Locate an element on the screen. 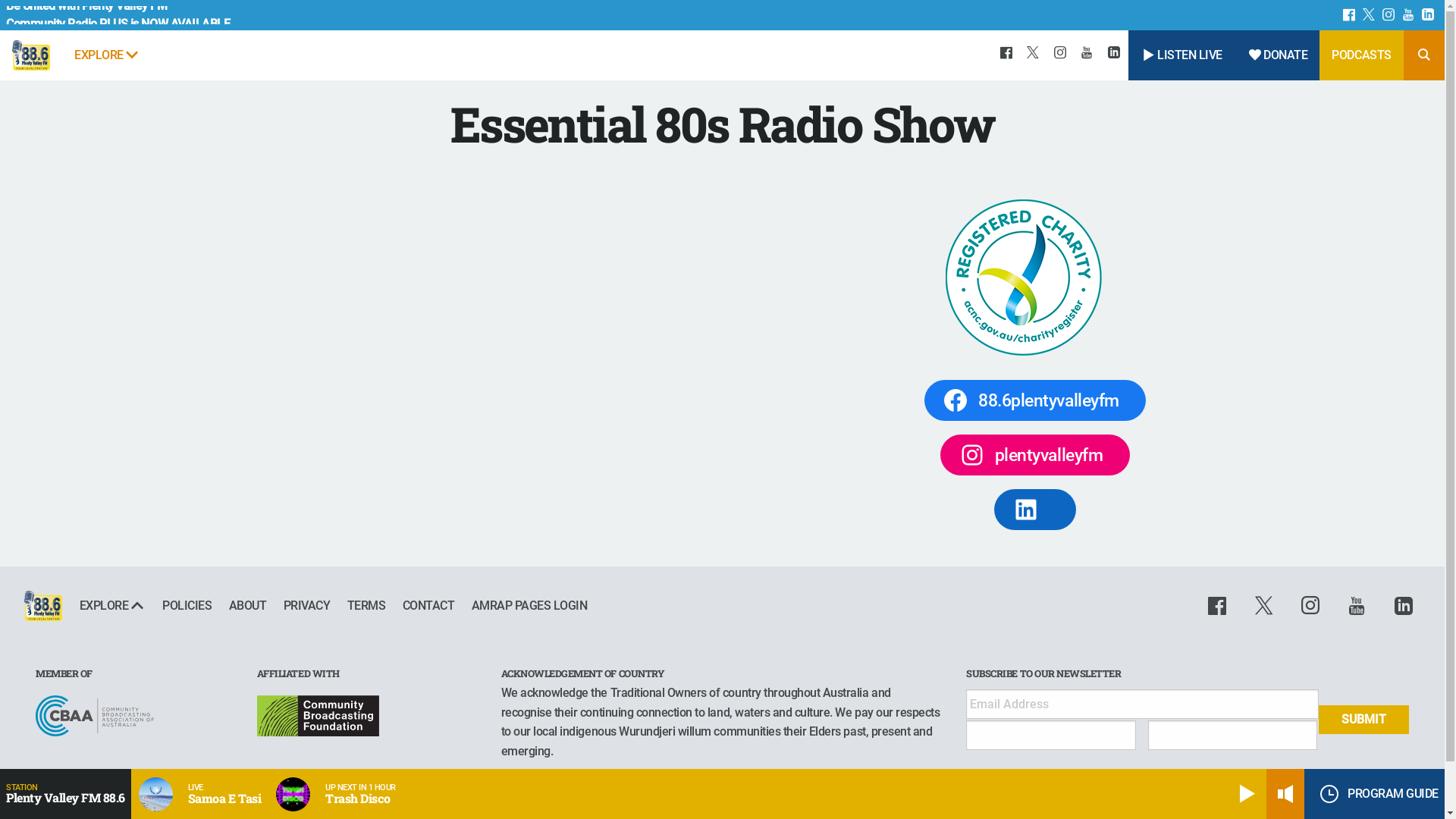 Image resolution: width=1456 pixels, height=819 pixels. '88.6plentyvalleyfm' is located at coordinates (1034, 400).